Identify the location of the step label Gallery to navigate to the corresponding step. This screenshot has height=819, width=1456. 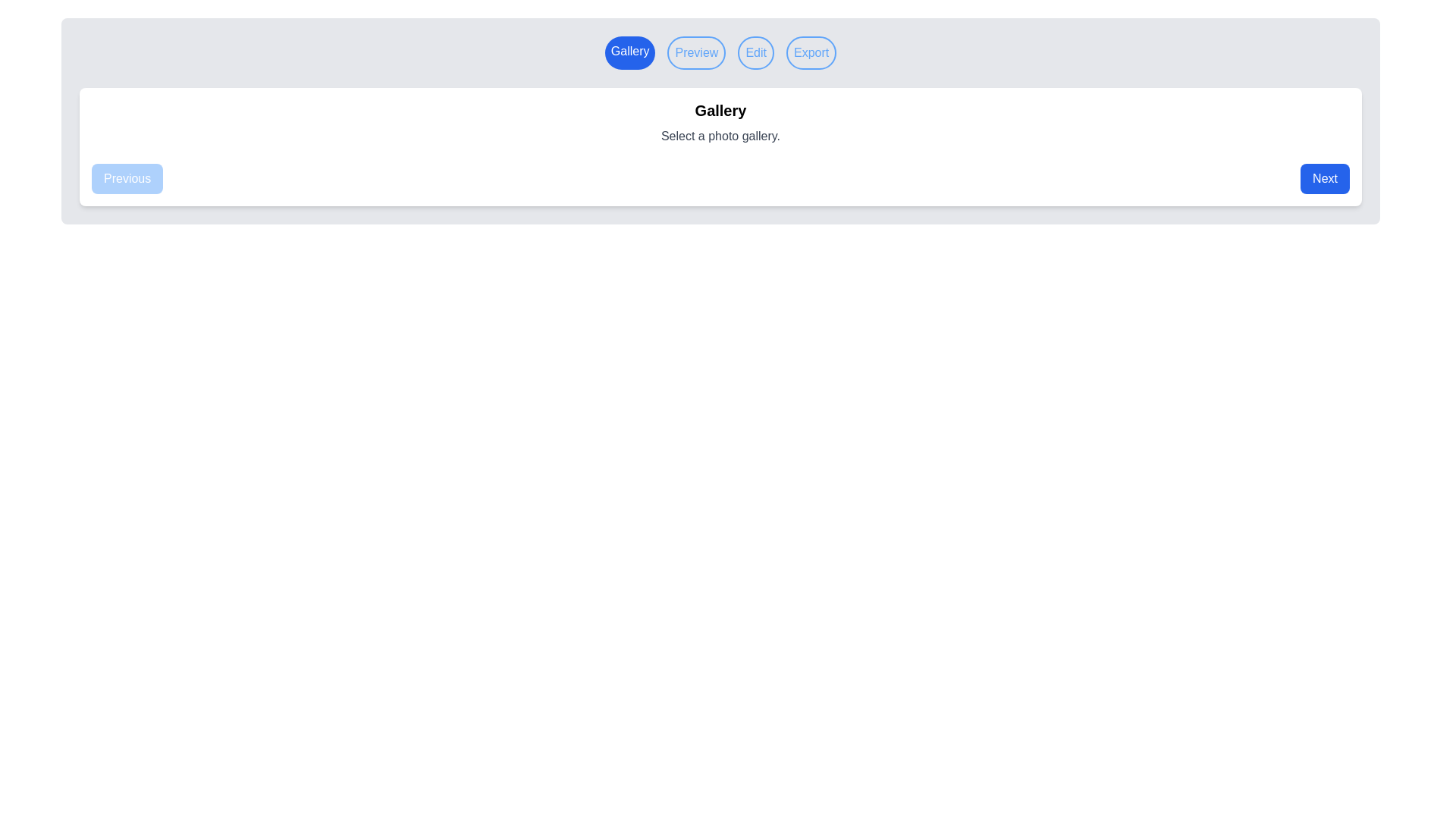
(630, 52).